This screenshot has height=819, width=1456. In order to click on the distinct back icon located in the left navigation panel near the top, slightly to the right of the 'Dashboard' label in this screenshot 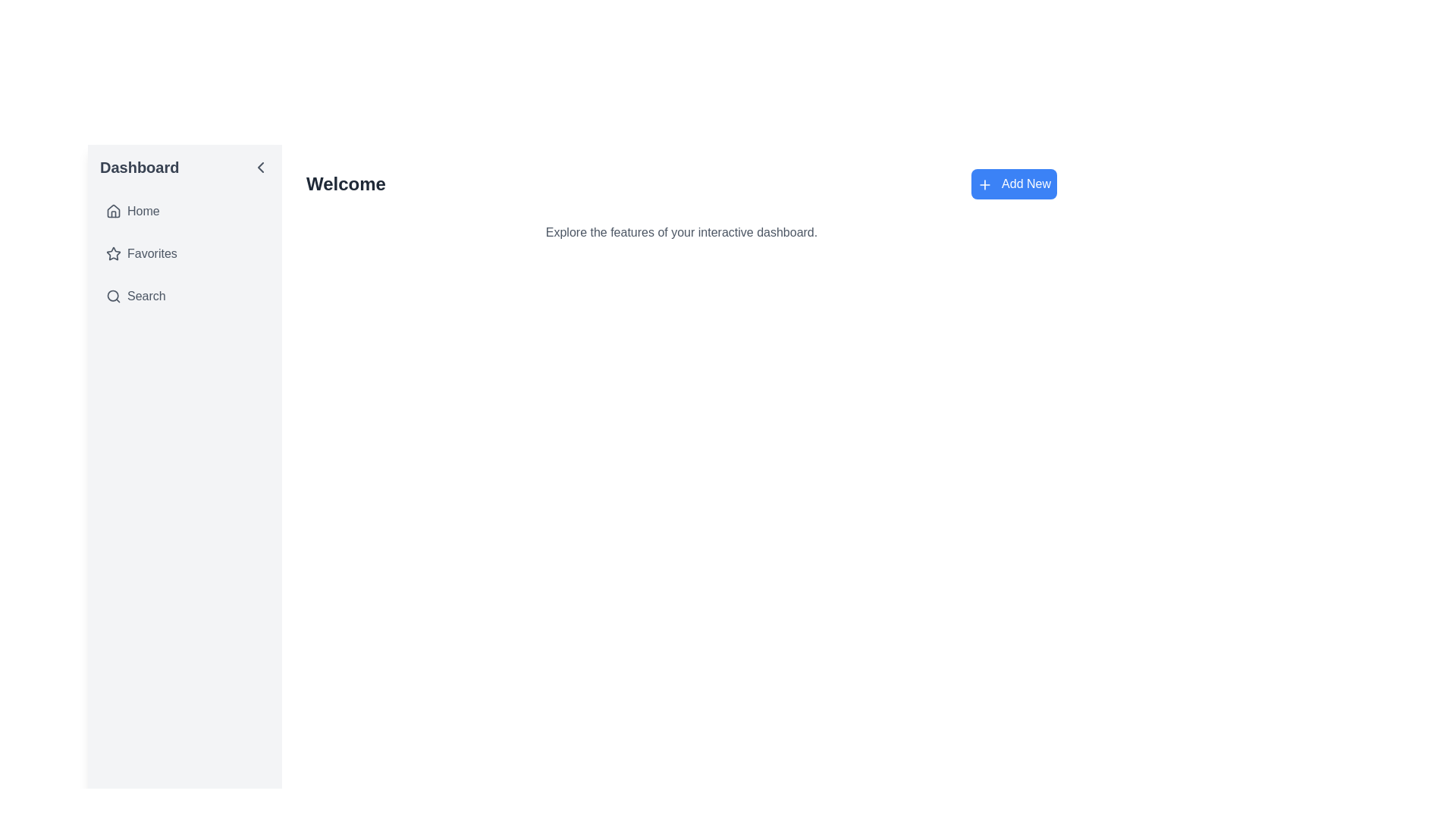, I will do `click(261, 167)`.